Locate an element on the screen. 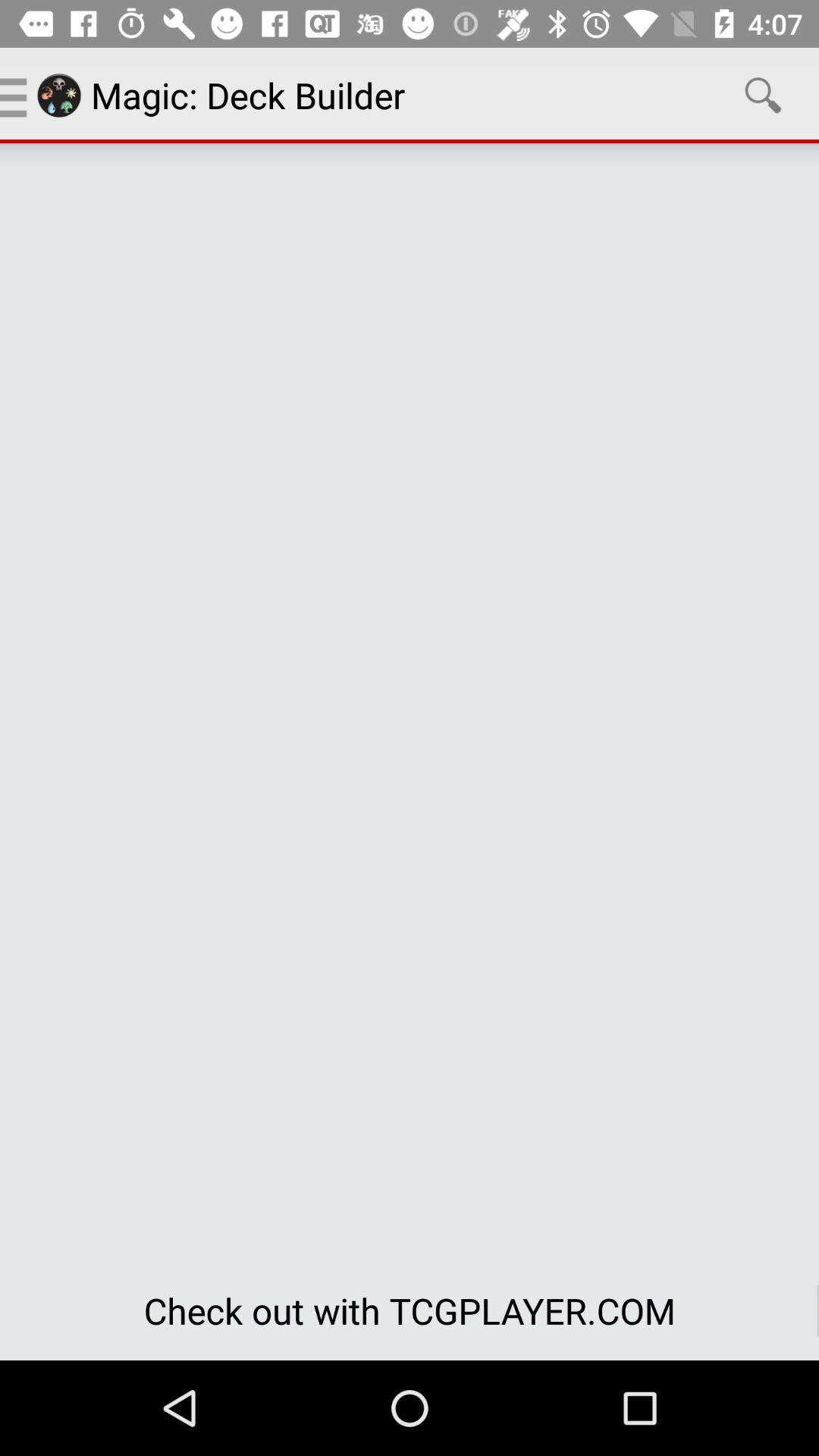 This screenshot has height=1456, width=819. the button at the bottom is located at coordinates (409, 1310).